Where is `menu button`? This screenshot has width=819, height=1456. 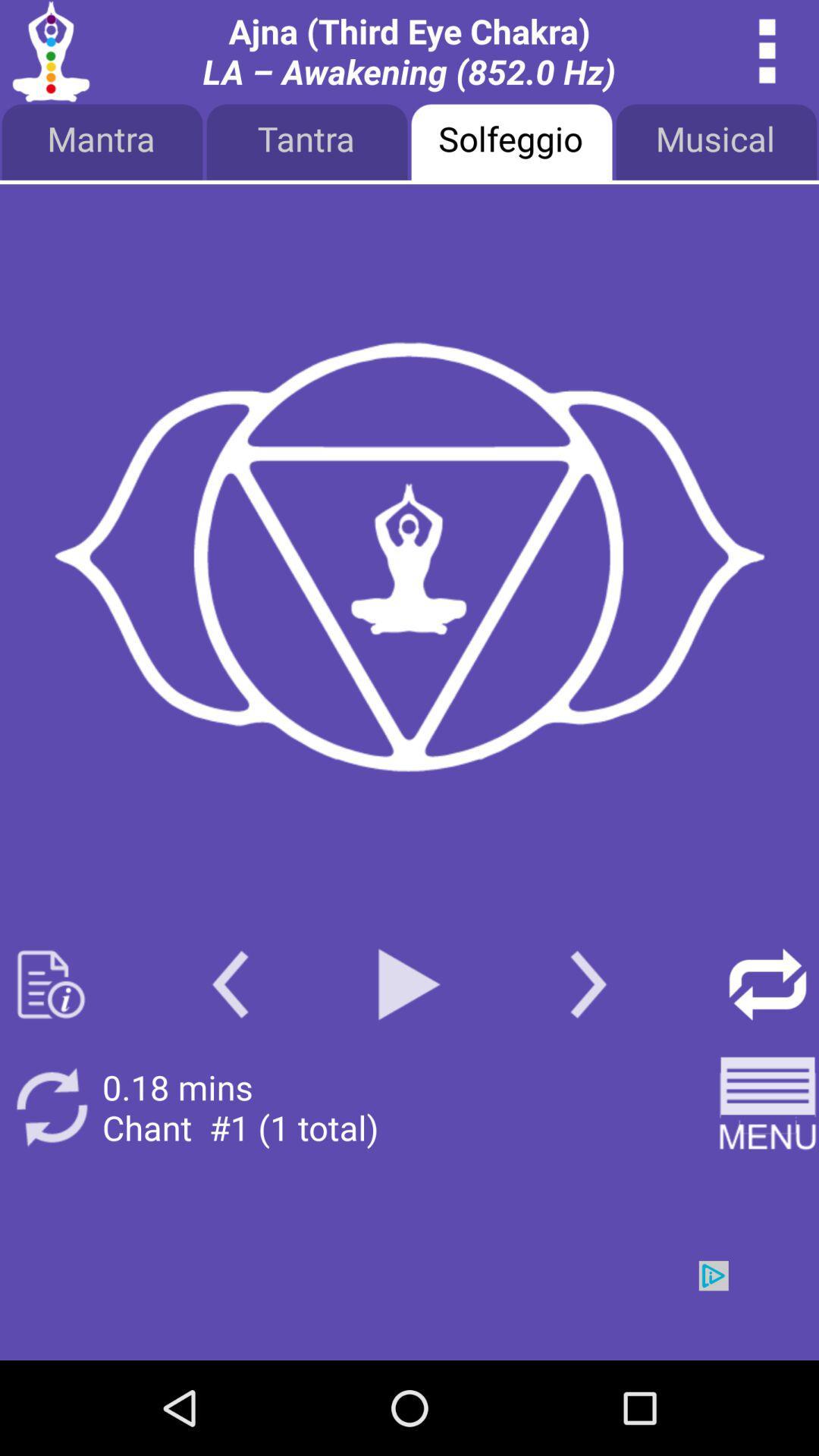
menu button is located at coordinates (767, 51).